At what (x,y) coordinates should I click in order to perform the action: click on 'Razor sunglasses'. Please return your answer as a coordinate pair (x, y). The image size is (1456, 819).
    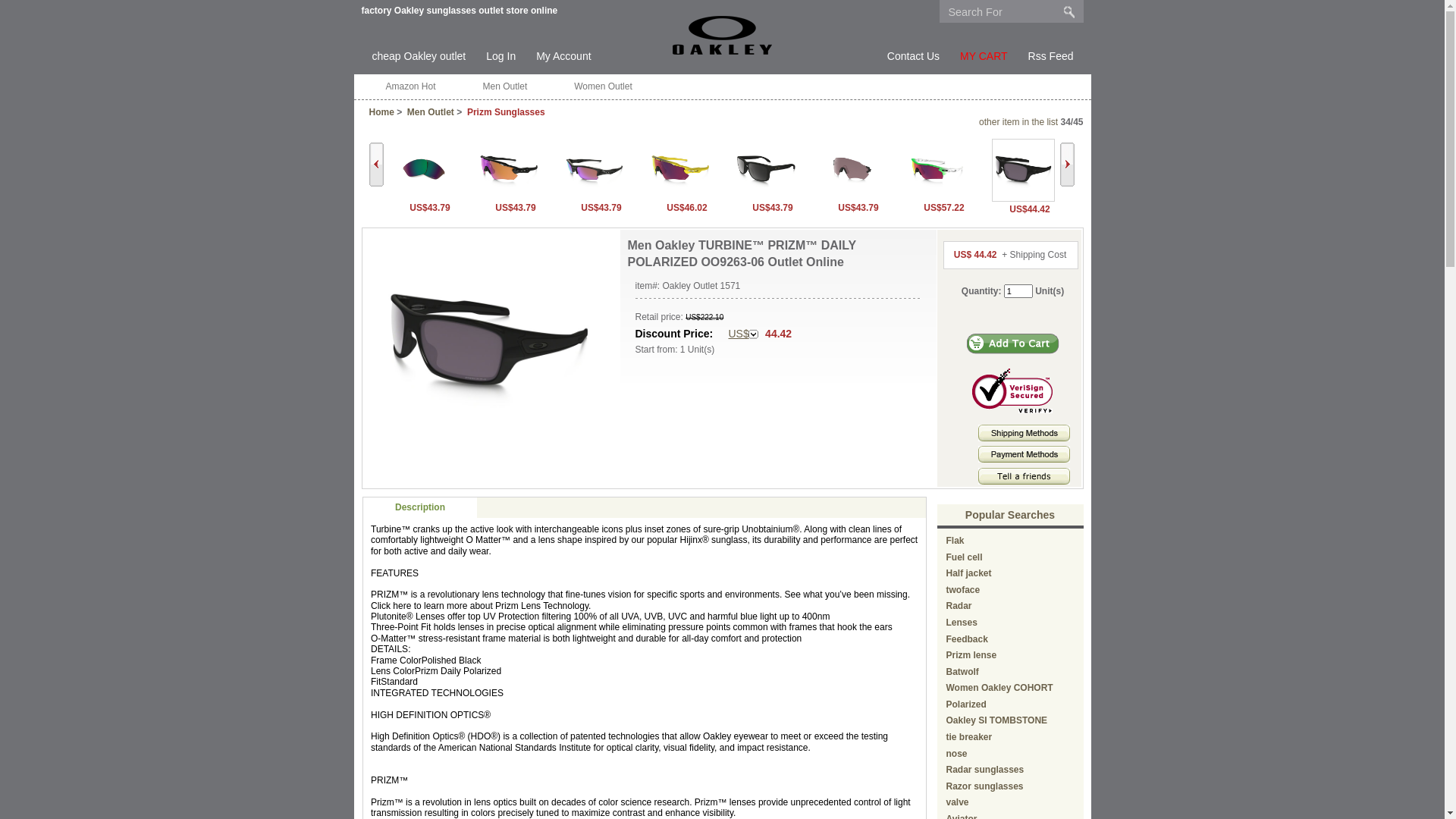
    Looking at the image, I should click on (985, 786).